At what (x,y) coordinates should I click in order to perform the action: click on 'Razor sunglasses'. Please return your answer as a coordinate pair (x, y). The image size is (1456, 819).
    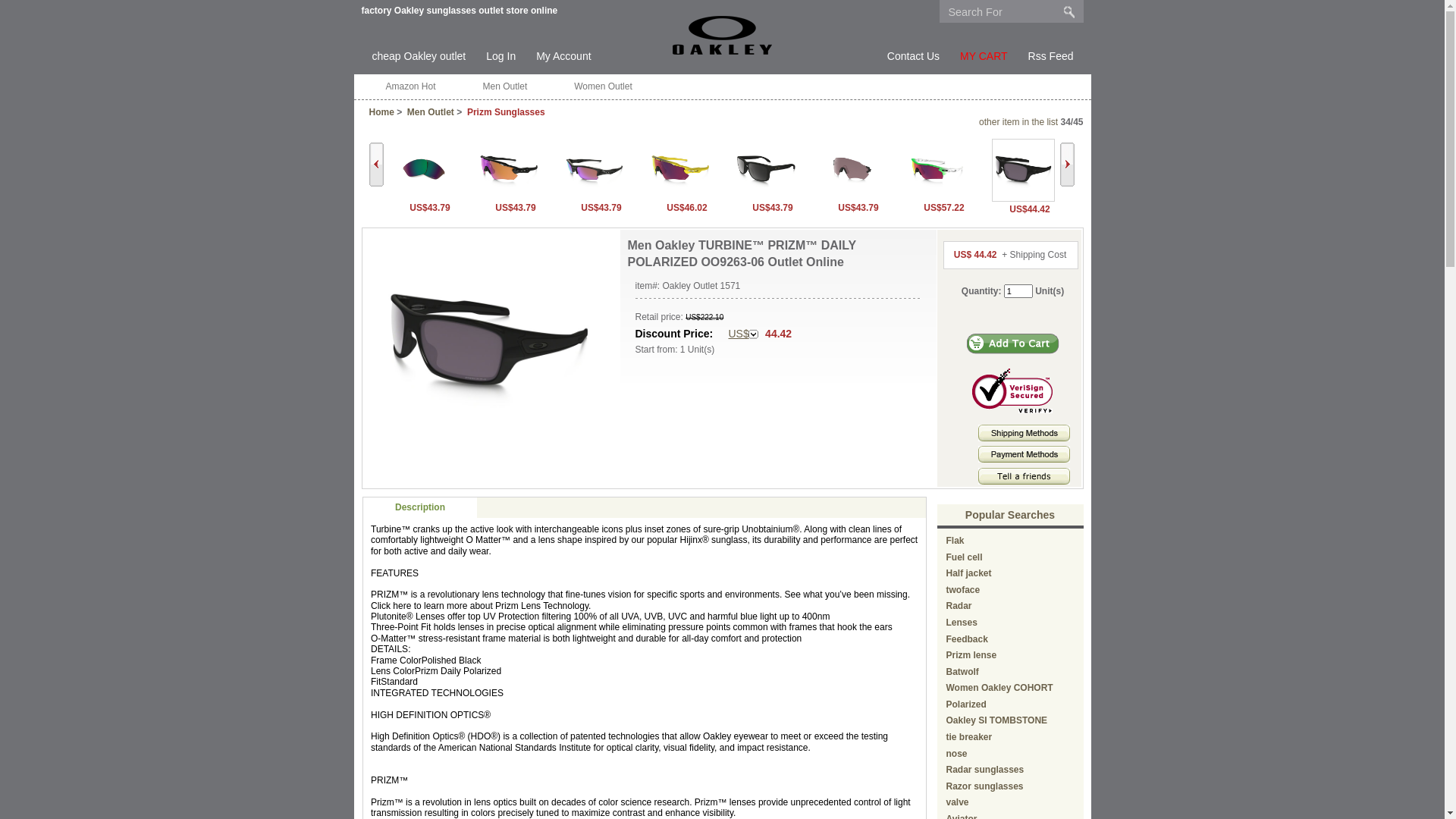
    Looking at the image, I should click on (985, 786).